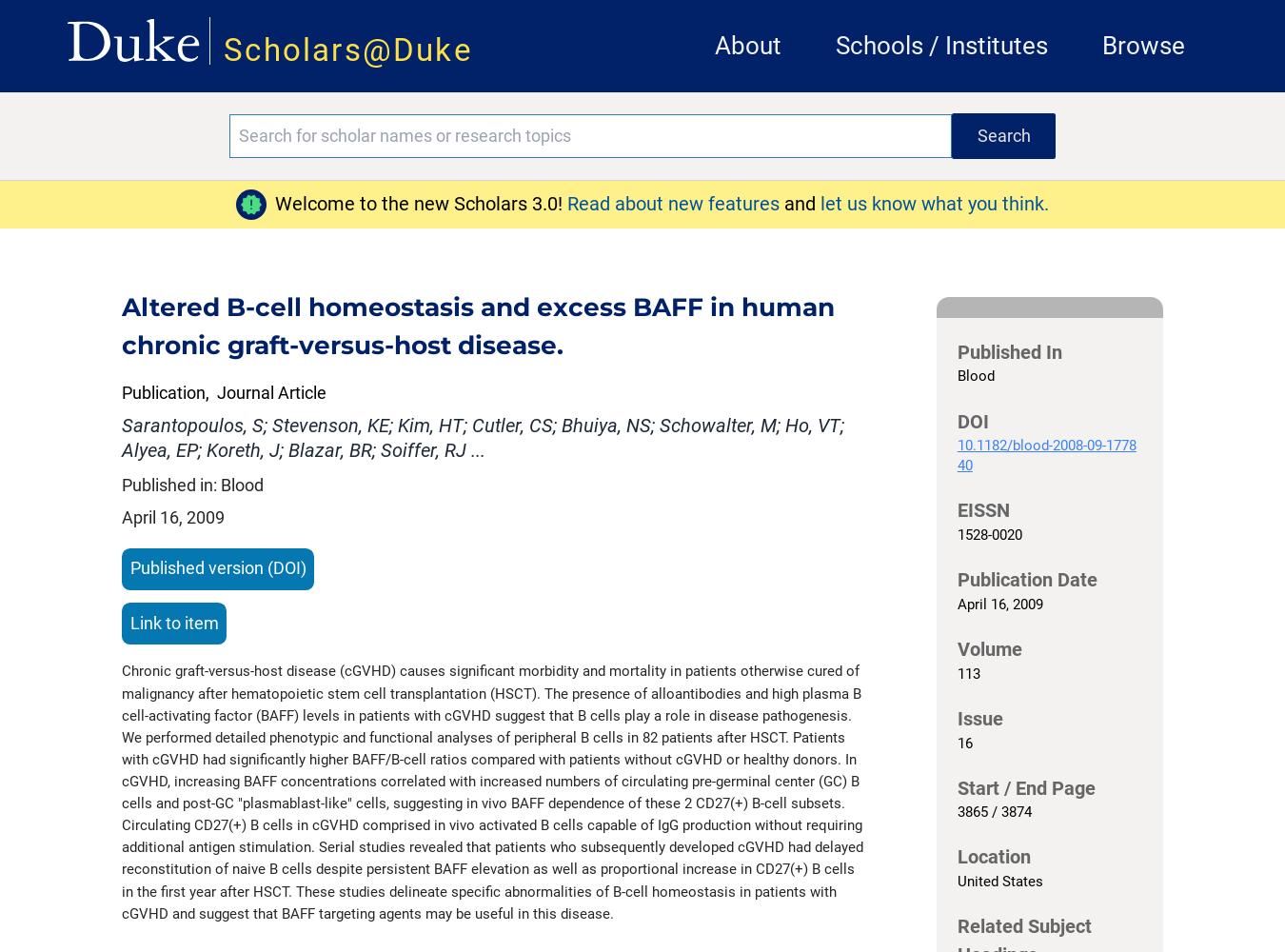 Image resolution: width=1285 pixels, height=952 pixels. Describe the element at coordinates (239, 203) in the screenshot. I see `'release_alert'` at that location.